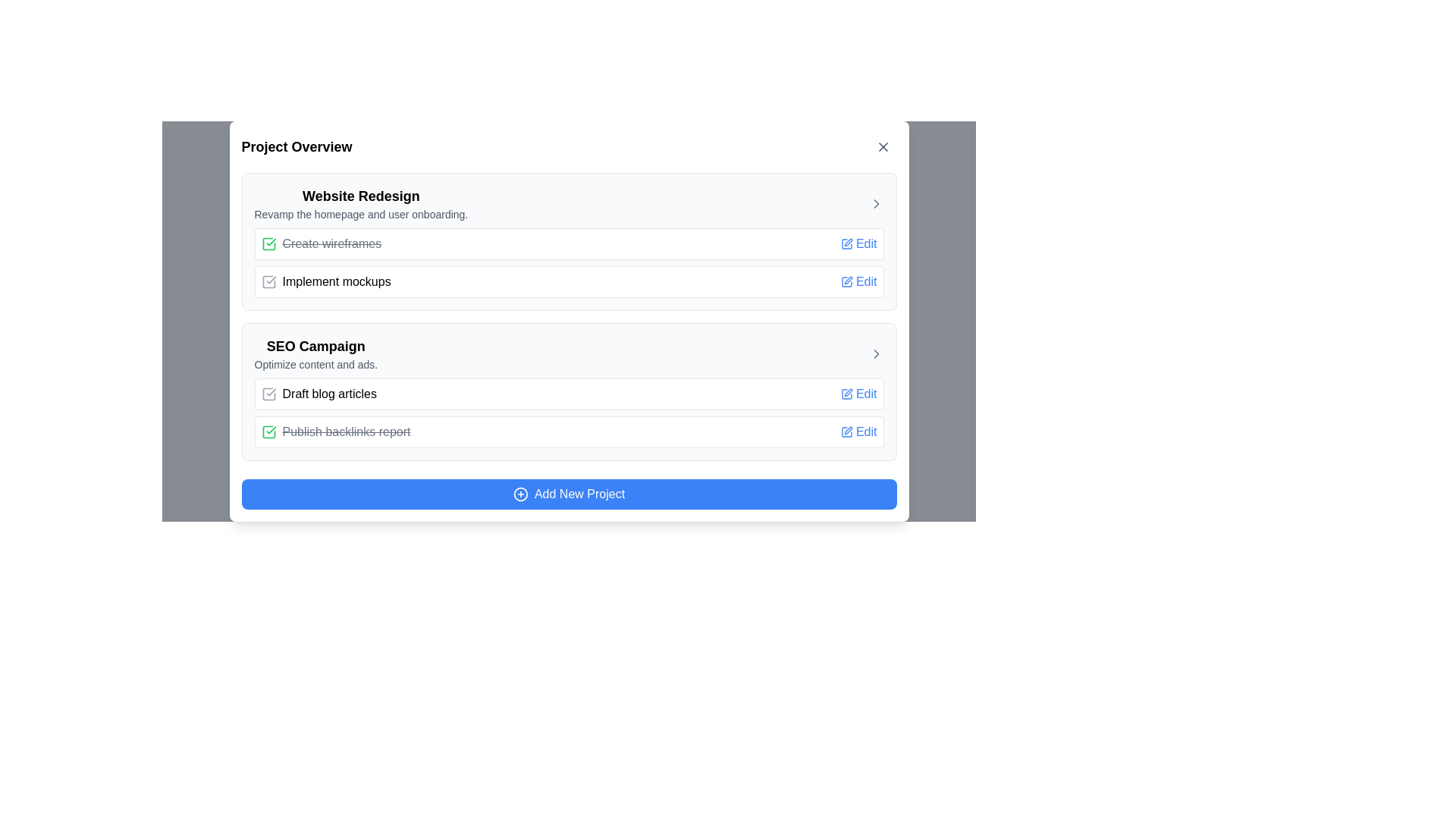  Describe the element at coordinates (345, 432) in the screenshot. I see `the Text label indicating the completion of the task 'Publish backlinks report', which is located in the 'SEO Campaign' section, below 'Draft blog articles'` at that location.